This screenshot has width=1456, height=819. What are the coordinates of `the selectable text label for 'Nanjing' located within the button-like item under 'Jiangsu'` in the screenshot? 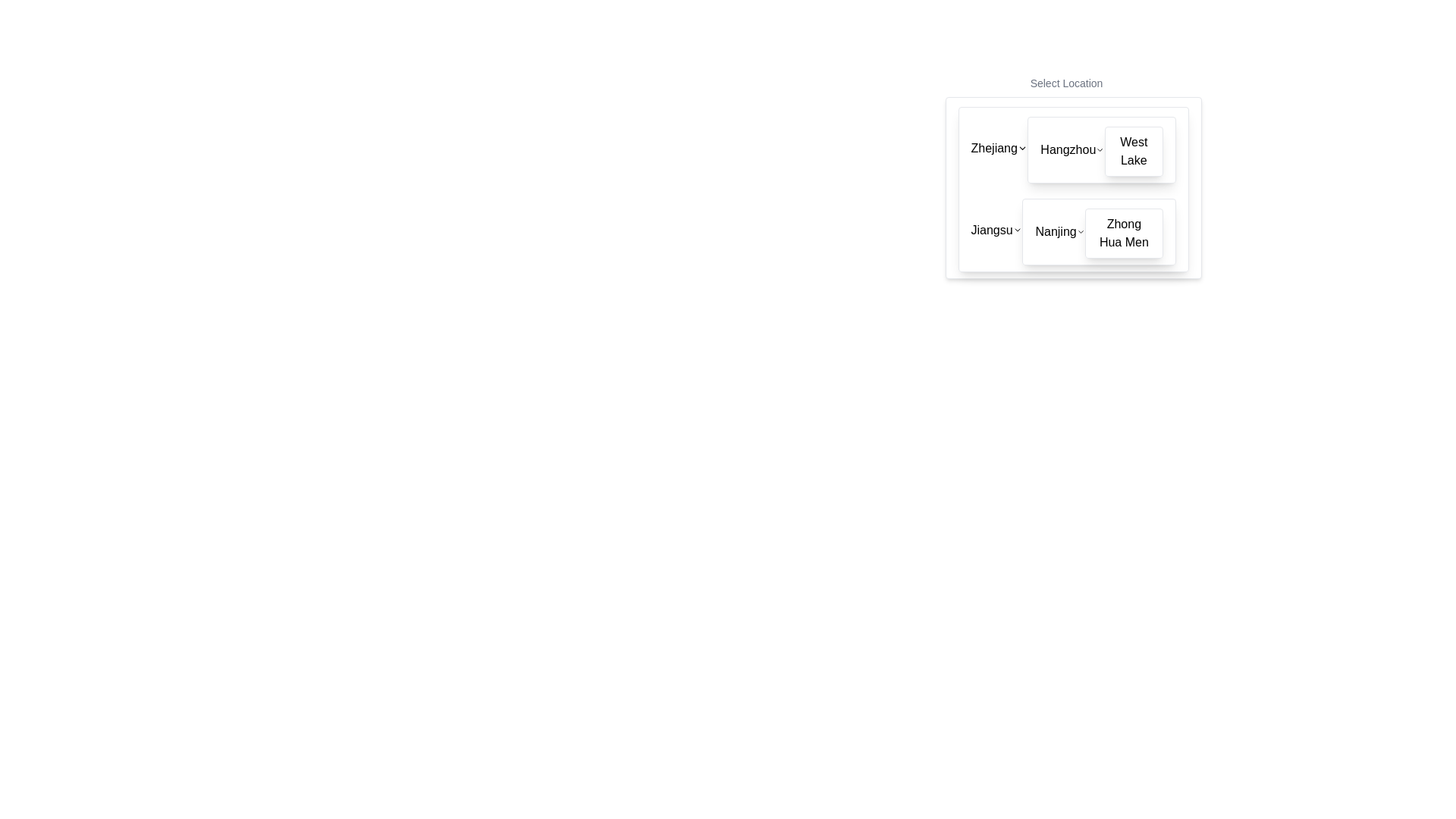 It's located at (1055, 231).